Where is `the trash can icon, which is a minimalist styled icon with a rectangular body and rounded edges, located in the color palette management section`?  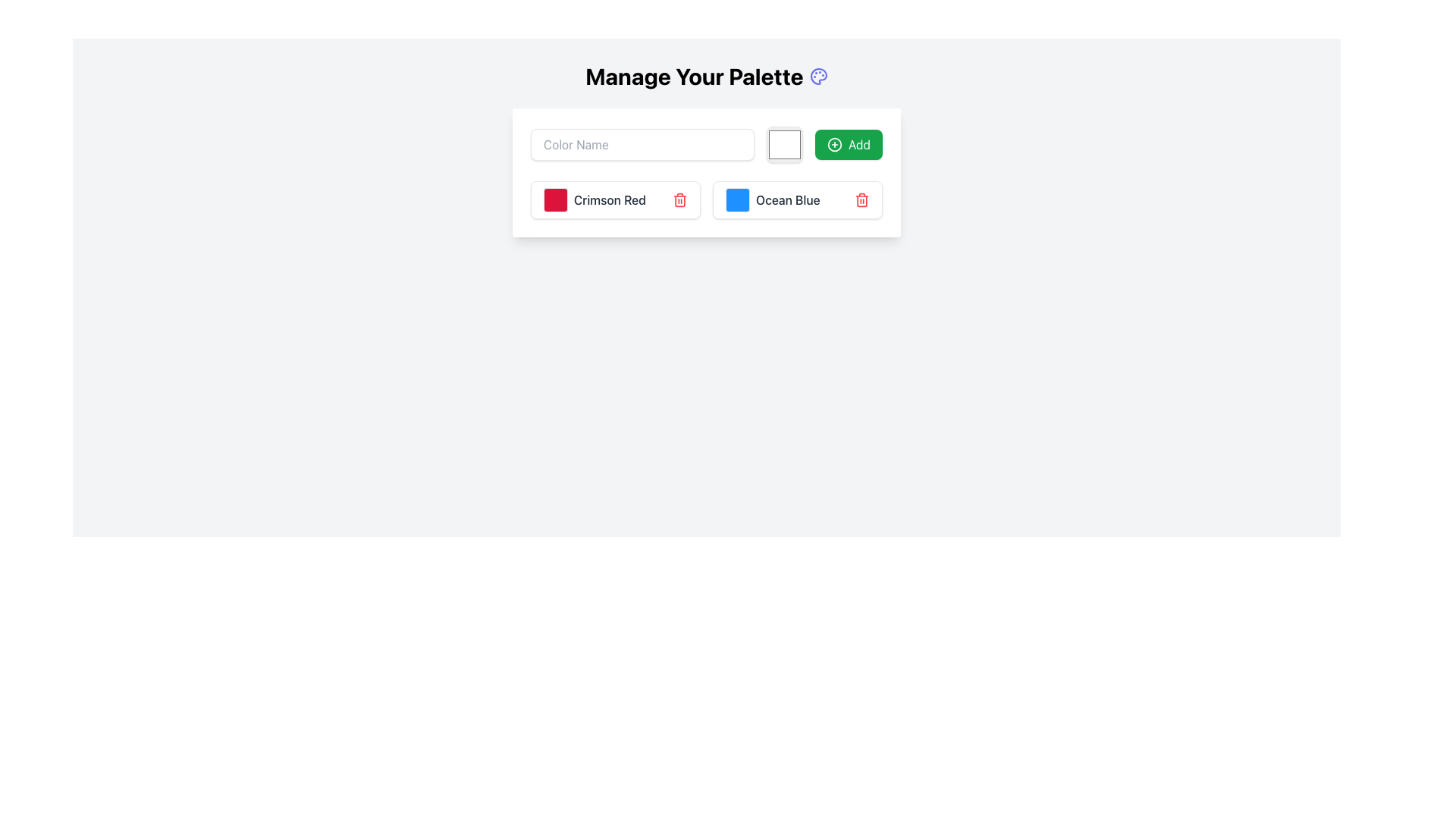 the trash can icon, which is a minimalist styled icon with a rectangular body and rounded edges, located in the color palette management section is located at coordinates (862, 200).